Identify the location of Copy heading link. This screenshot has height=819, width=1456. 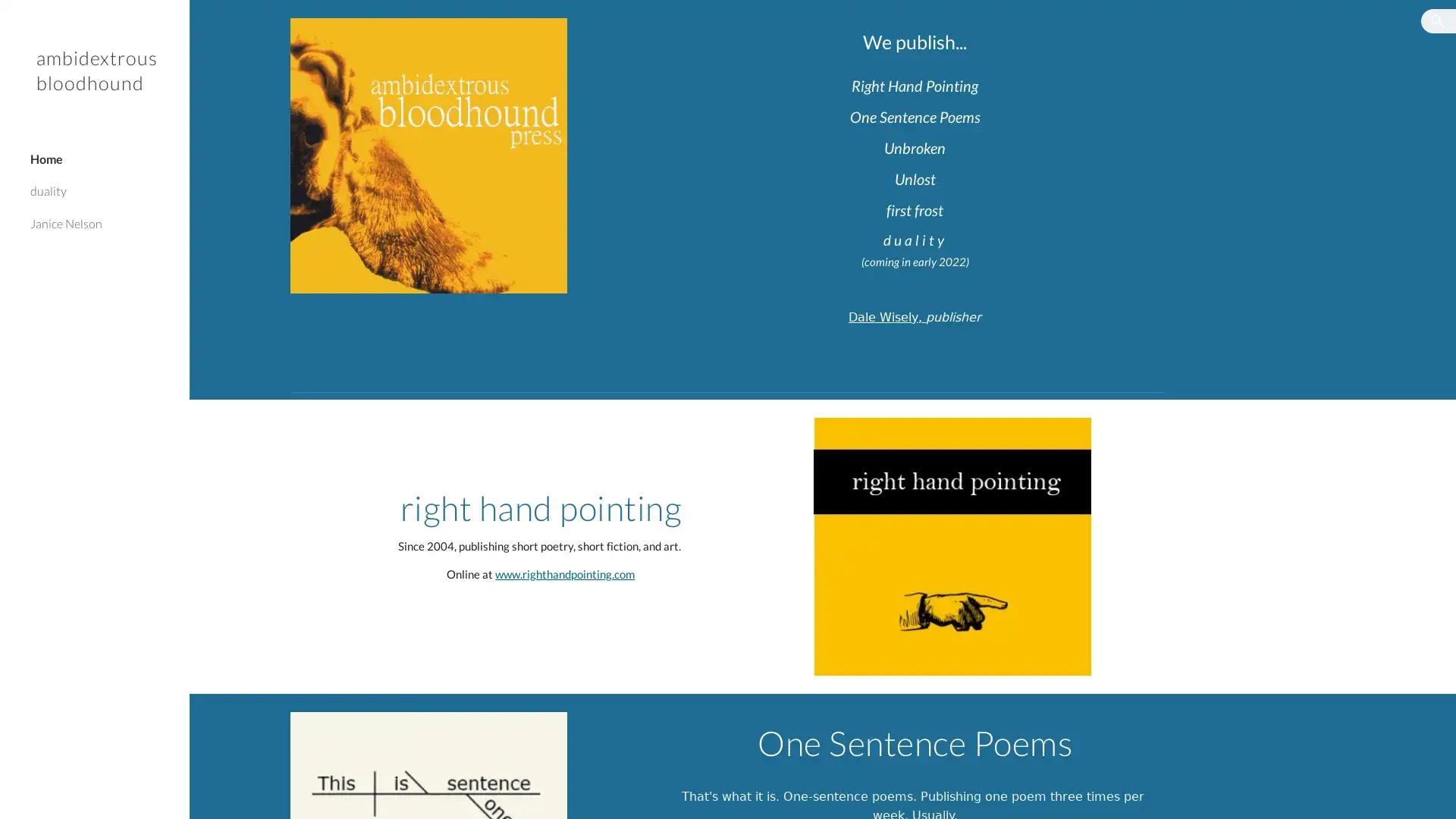
(1183, 742).